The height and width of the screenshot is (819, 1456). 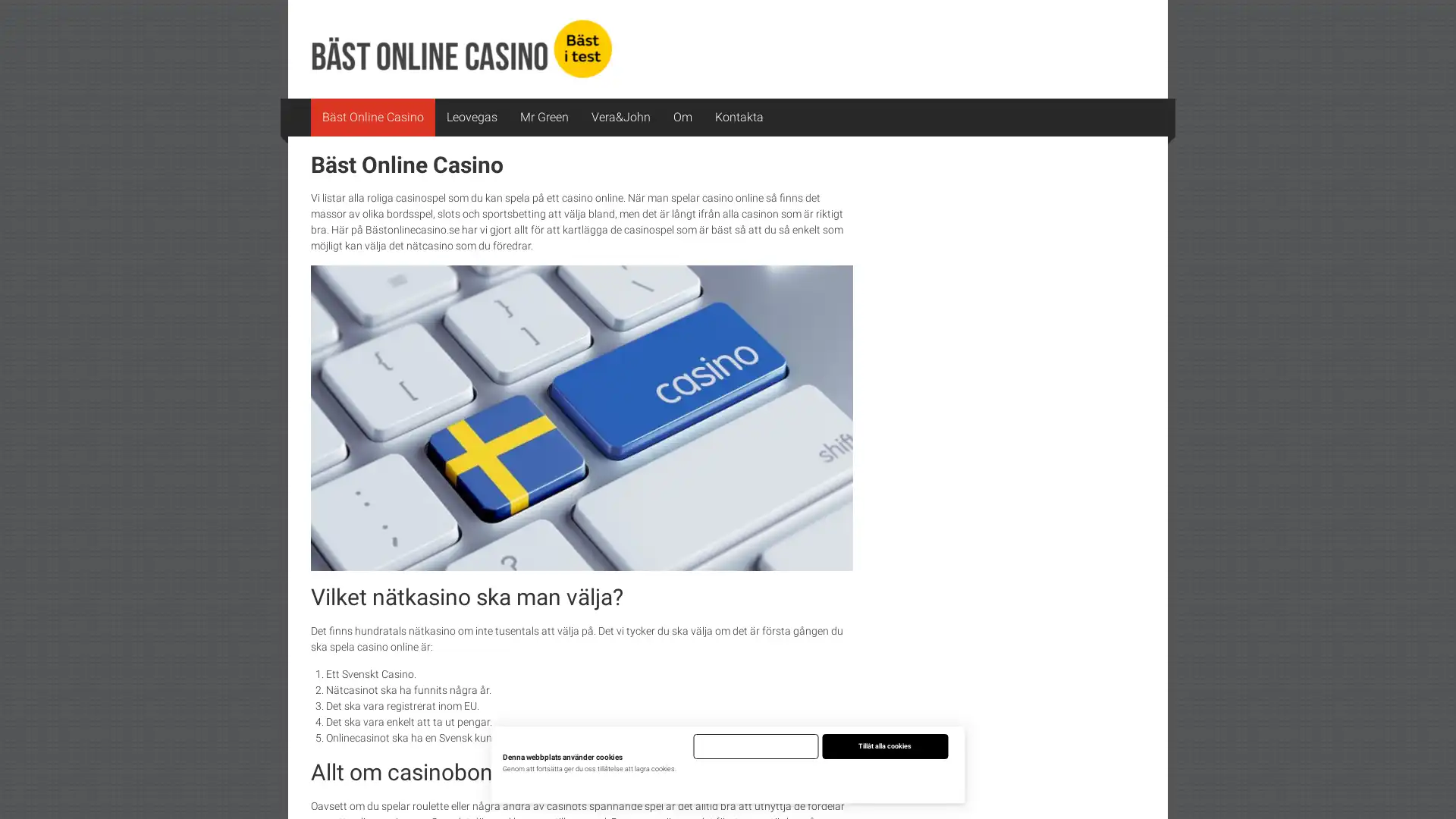 I want to click on Justera installningar, so click(x=819, y=779).